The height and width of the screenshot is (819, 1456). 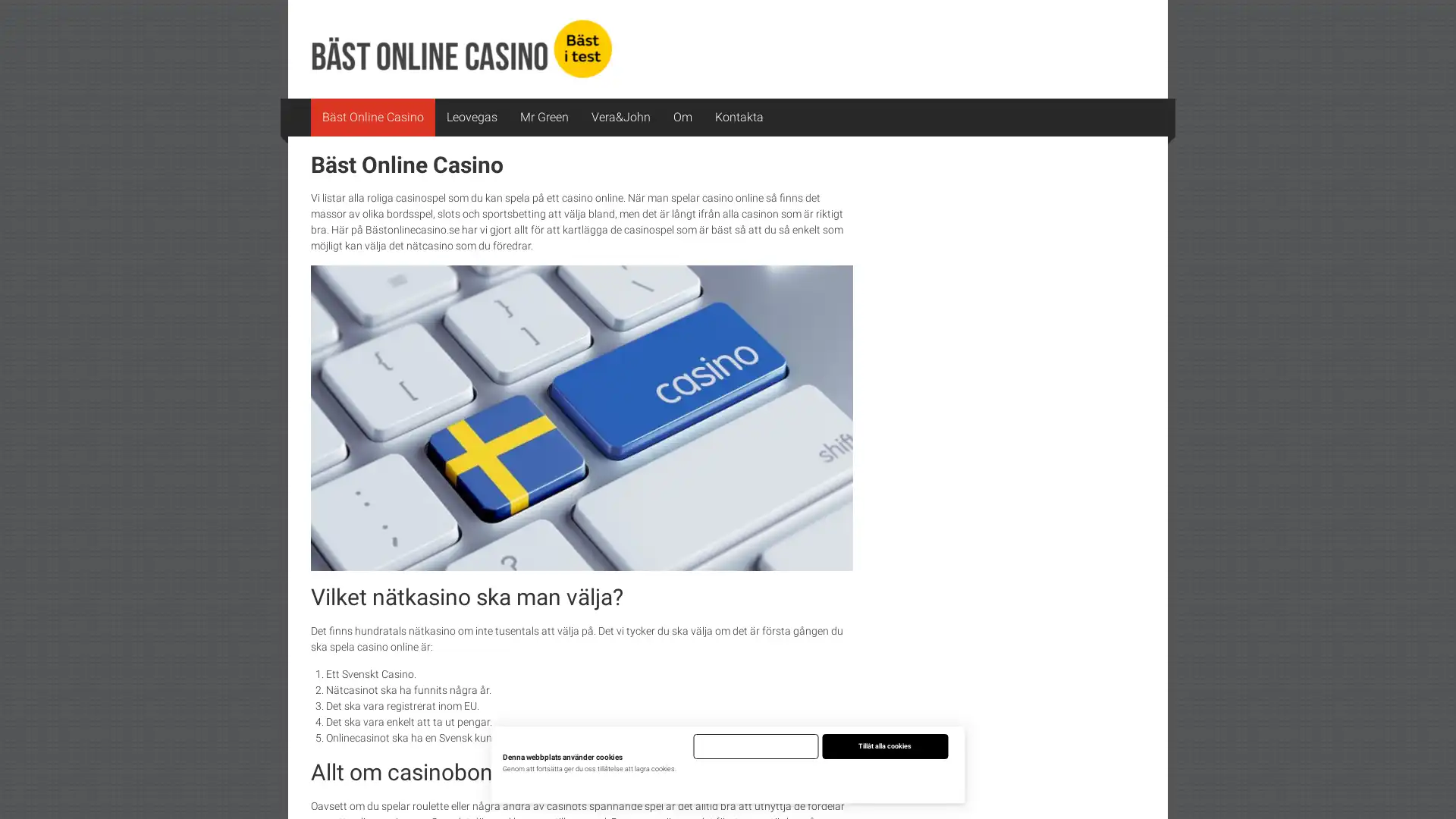 I want to click on Justera installningar, so click(x=819, y=779).